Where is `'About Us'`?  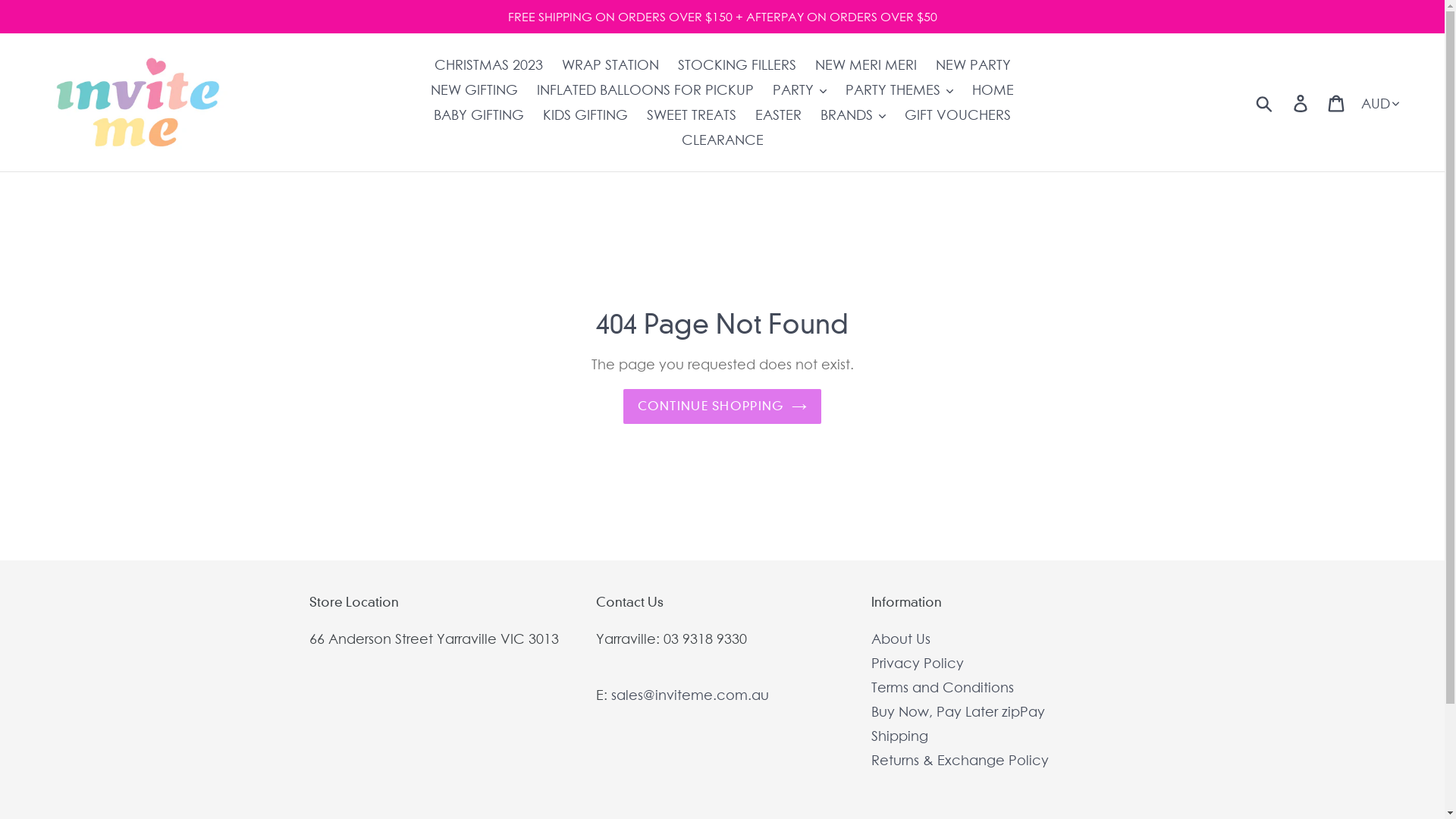 'About Us' is located at coordinates (900, 639).